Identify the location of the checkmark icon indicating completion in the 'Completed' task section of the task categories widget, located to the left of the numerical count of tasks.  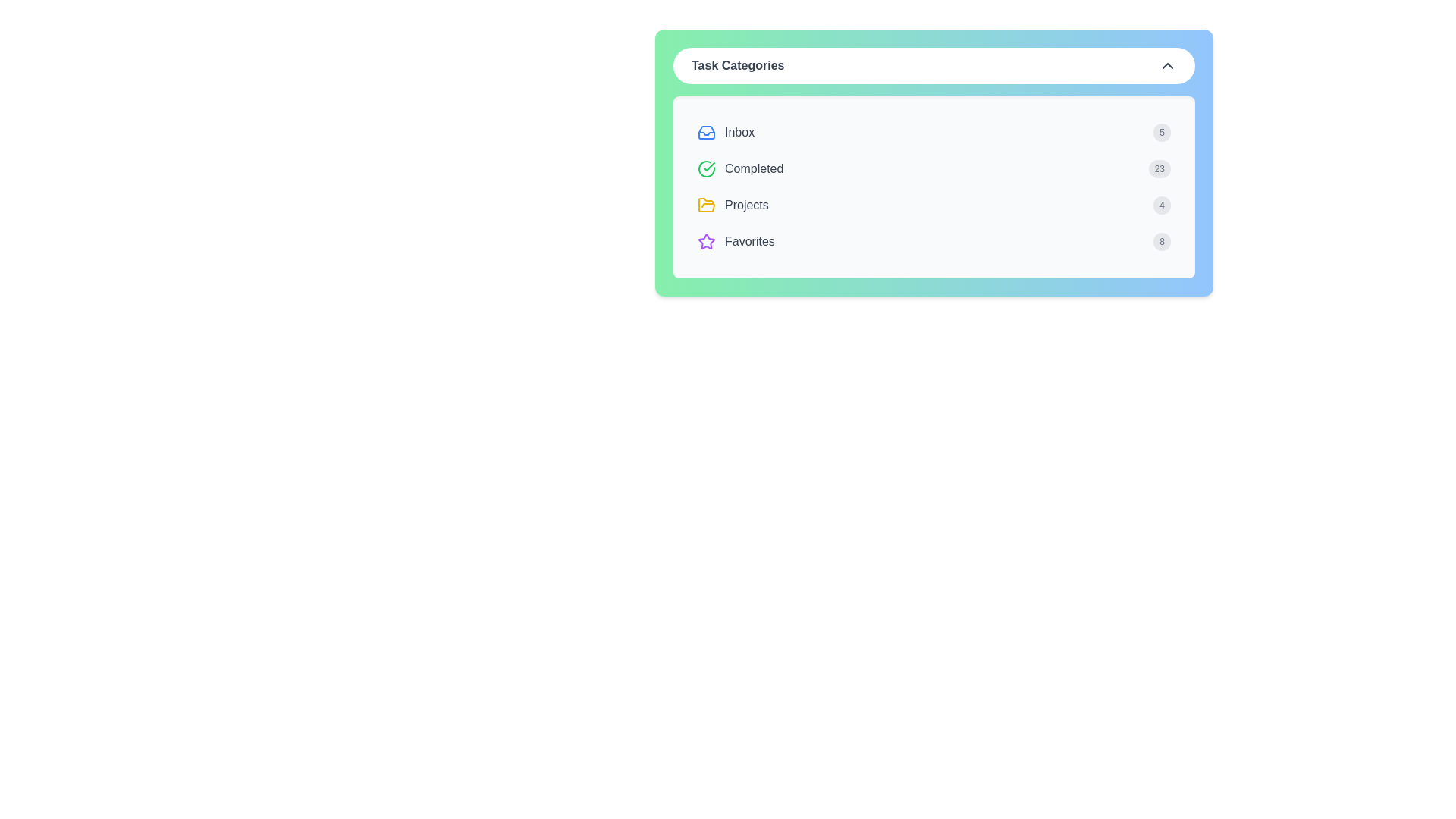
(708, 166).